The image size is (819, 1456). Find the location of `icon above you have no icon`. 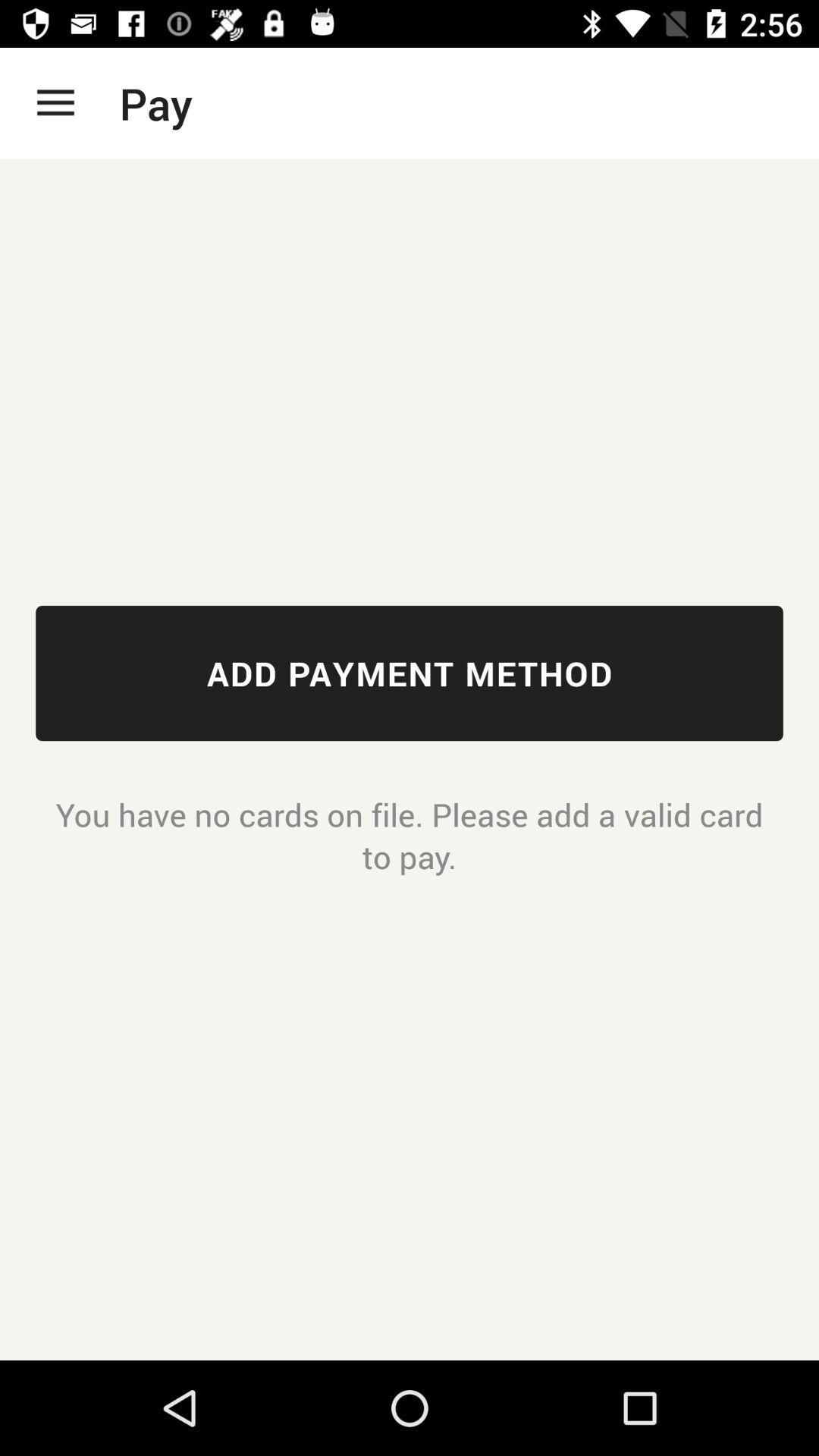

icon above you have no icon is located at coordinates (409, 673).